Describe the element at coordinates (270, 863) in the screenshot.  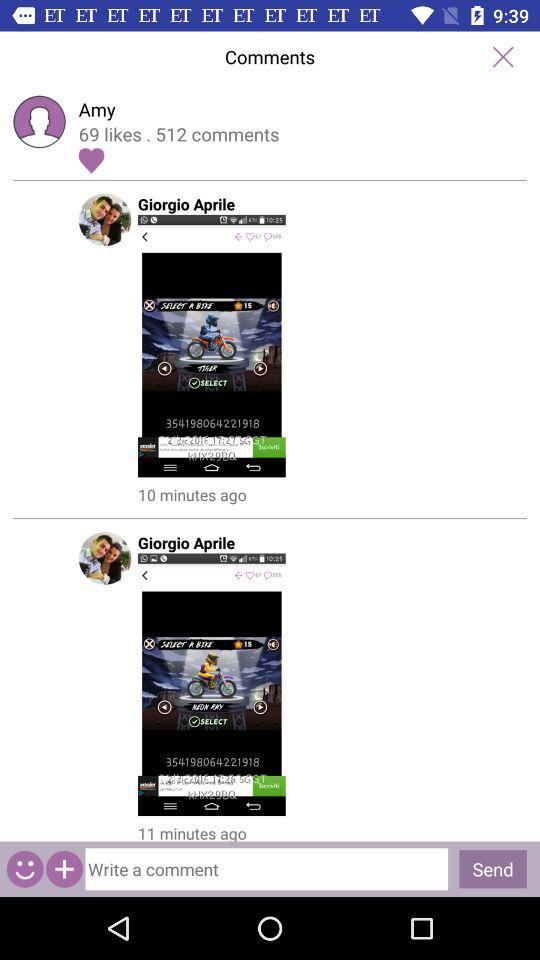
I see `insert a comment` at that location.